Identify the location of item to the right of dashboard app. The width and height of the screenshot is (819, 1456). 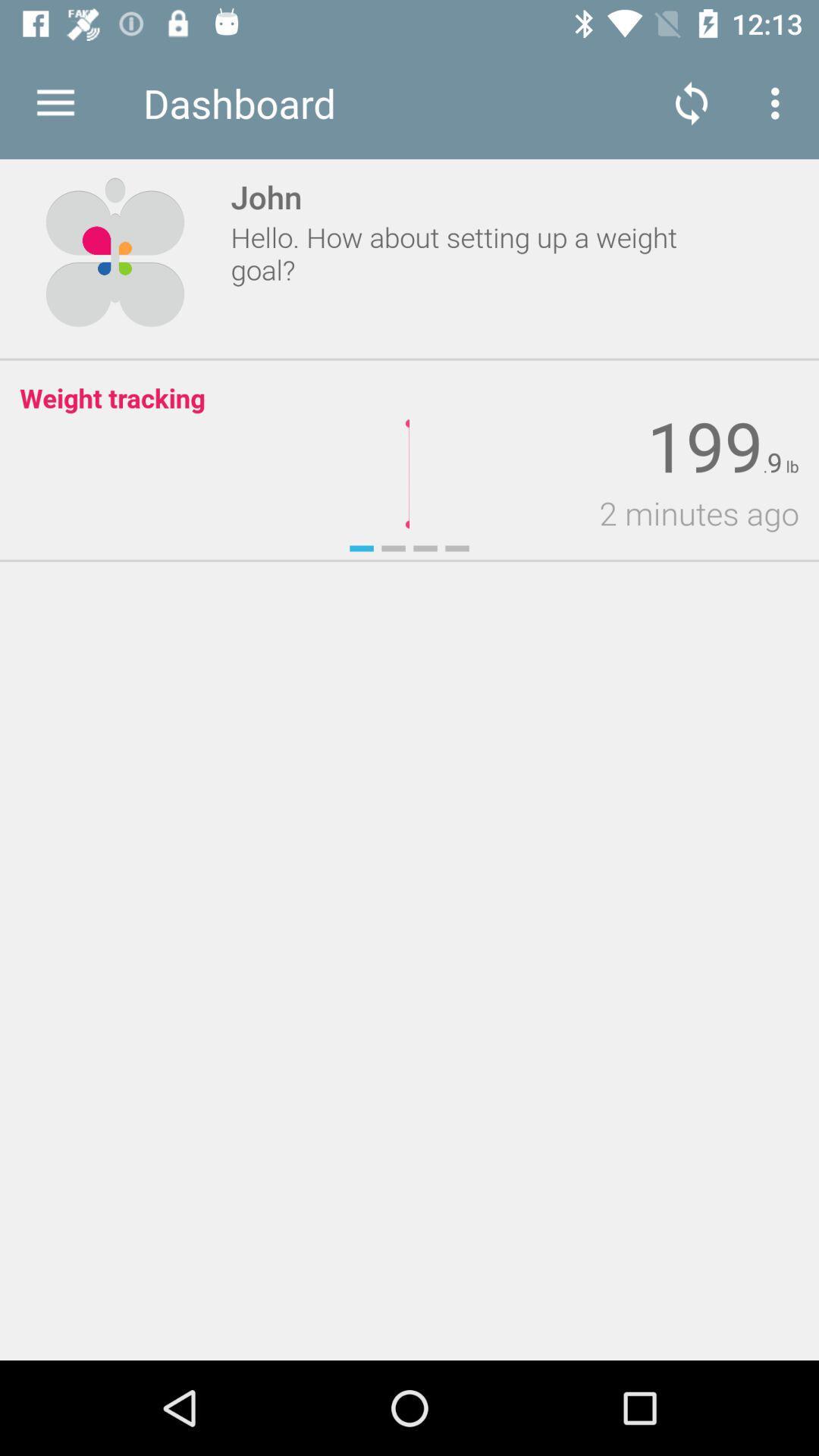
(691, 102).